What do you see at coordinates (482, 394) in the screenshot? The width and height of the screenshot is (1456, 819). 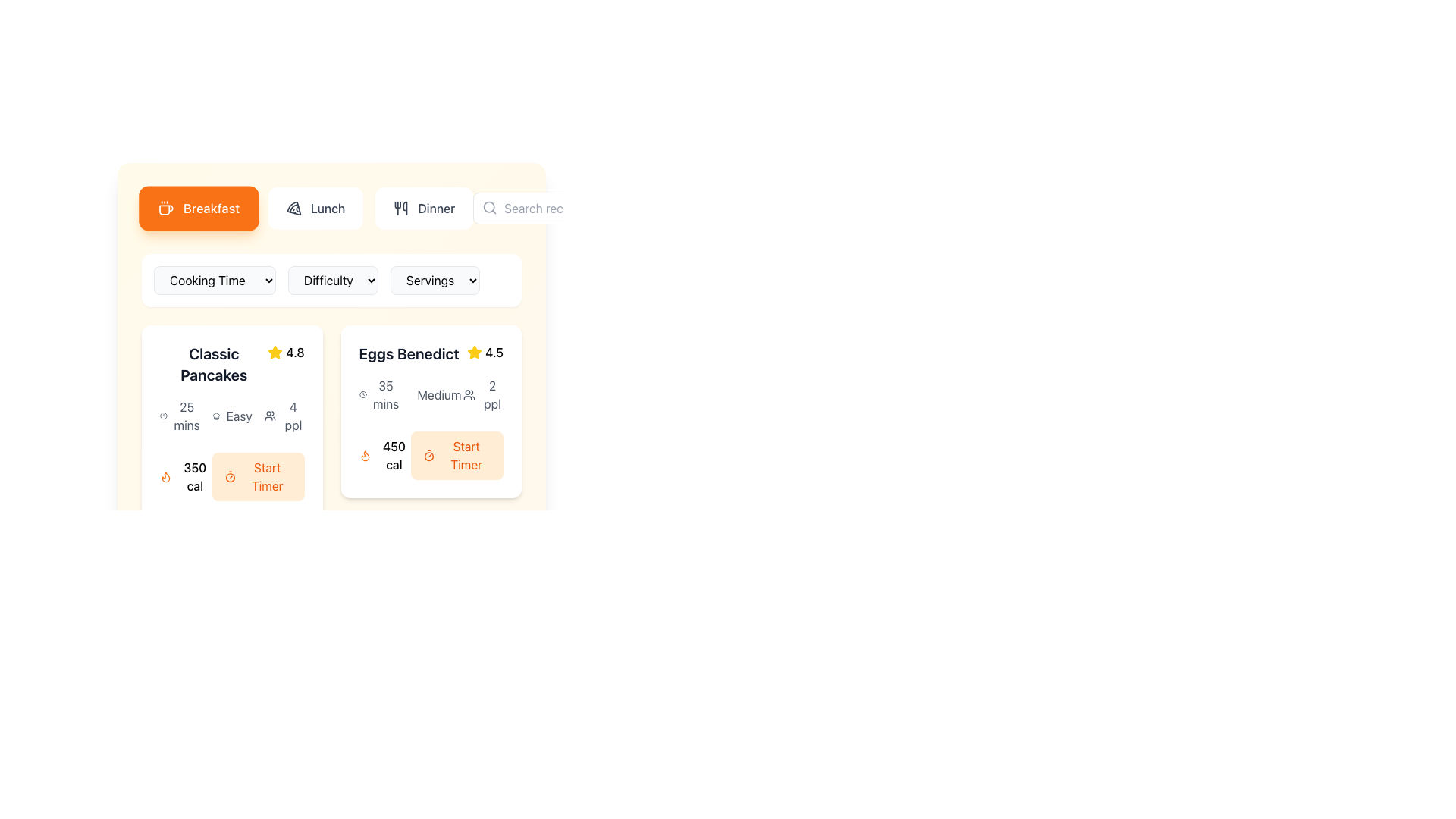 I see `the text label displaying '2 ppl' with an icon of two stylized human figures, located in the bottom-right section of the card for 'Eggs Benedict', to the right of the 'Medium' difficulty and below the '45 mins' cooking time` at bounding box center [482, 394].